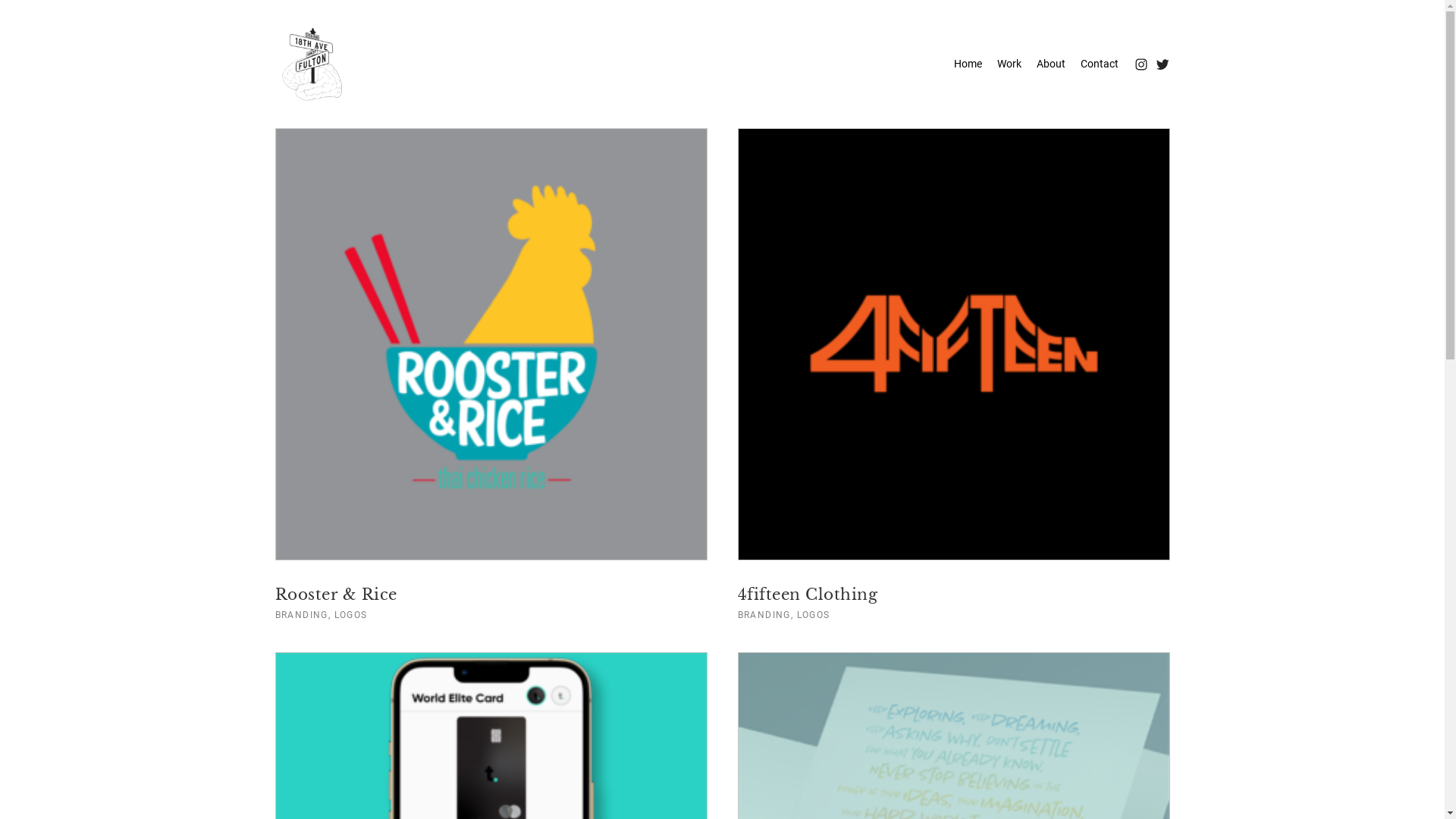 The width and height of the screenshot is (1456, 819). I want to click on 'BRANDING', so click(764, 614).